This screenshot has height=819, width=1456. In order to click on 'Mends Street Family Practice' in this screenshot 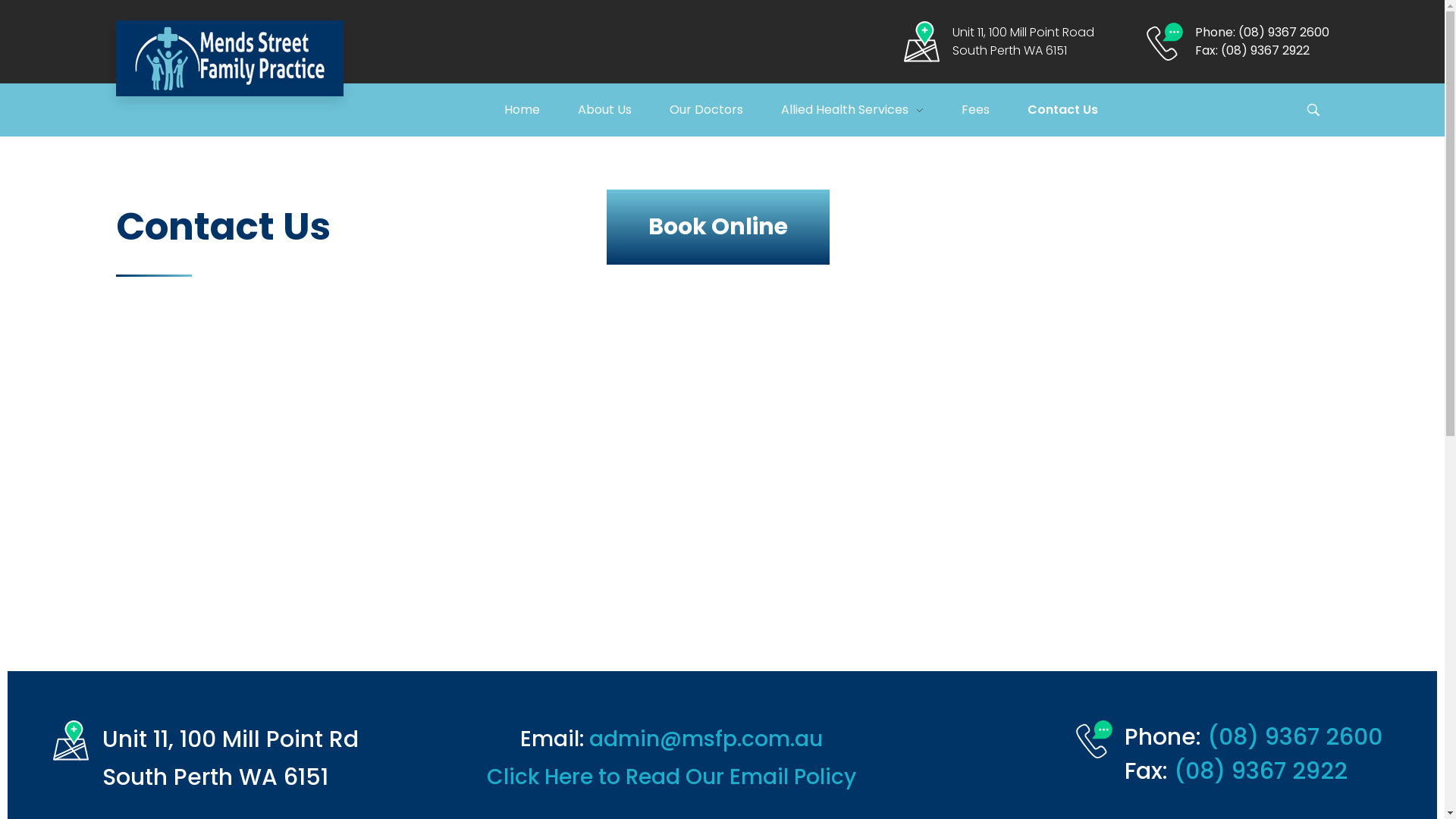, I will do `click(228, 58)`.